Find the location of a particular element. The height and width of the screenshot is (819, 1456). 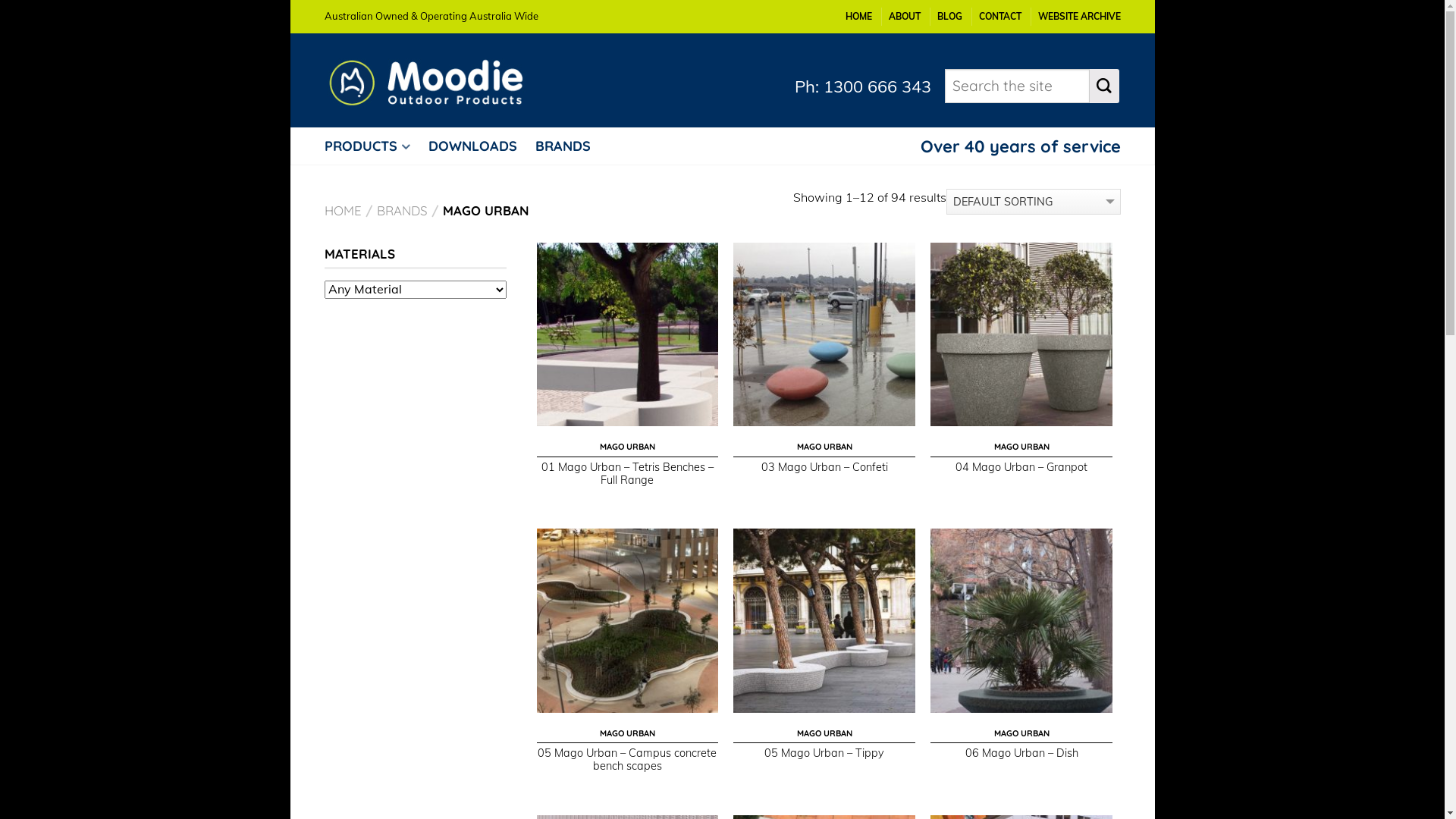

'ABOUT' is located at coordinates (905, 16).